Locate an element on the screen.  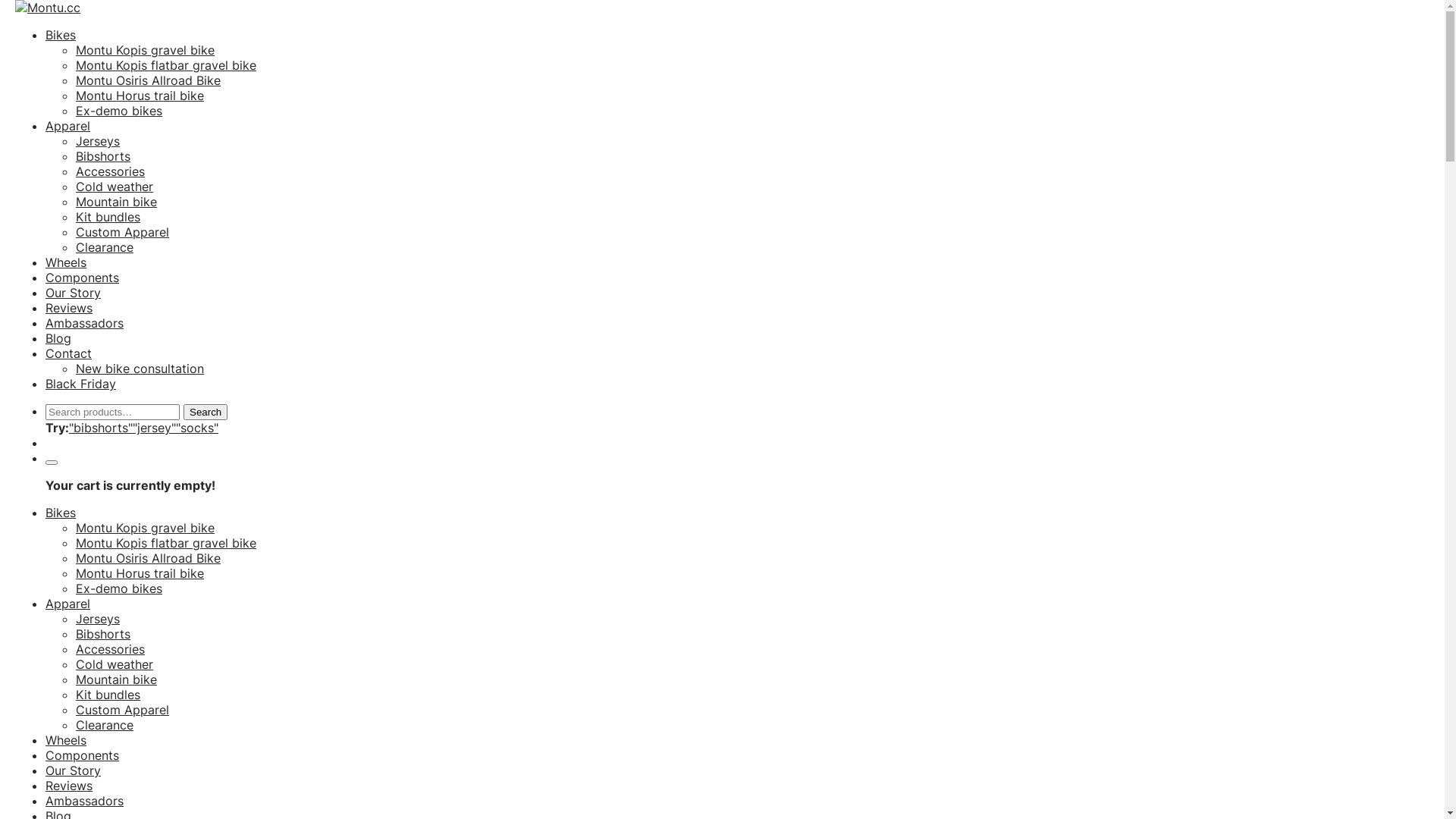
'Mountain bike' is located at coordinates (115, 678).